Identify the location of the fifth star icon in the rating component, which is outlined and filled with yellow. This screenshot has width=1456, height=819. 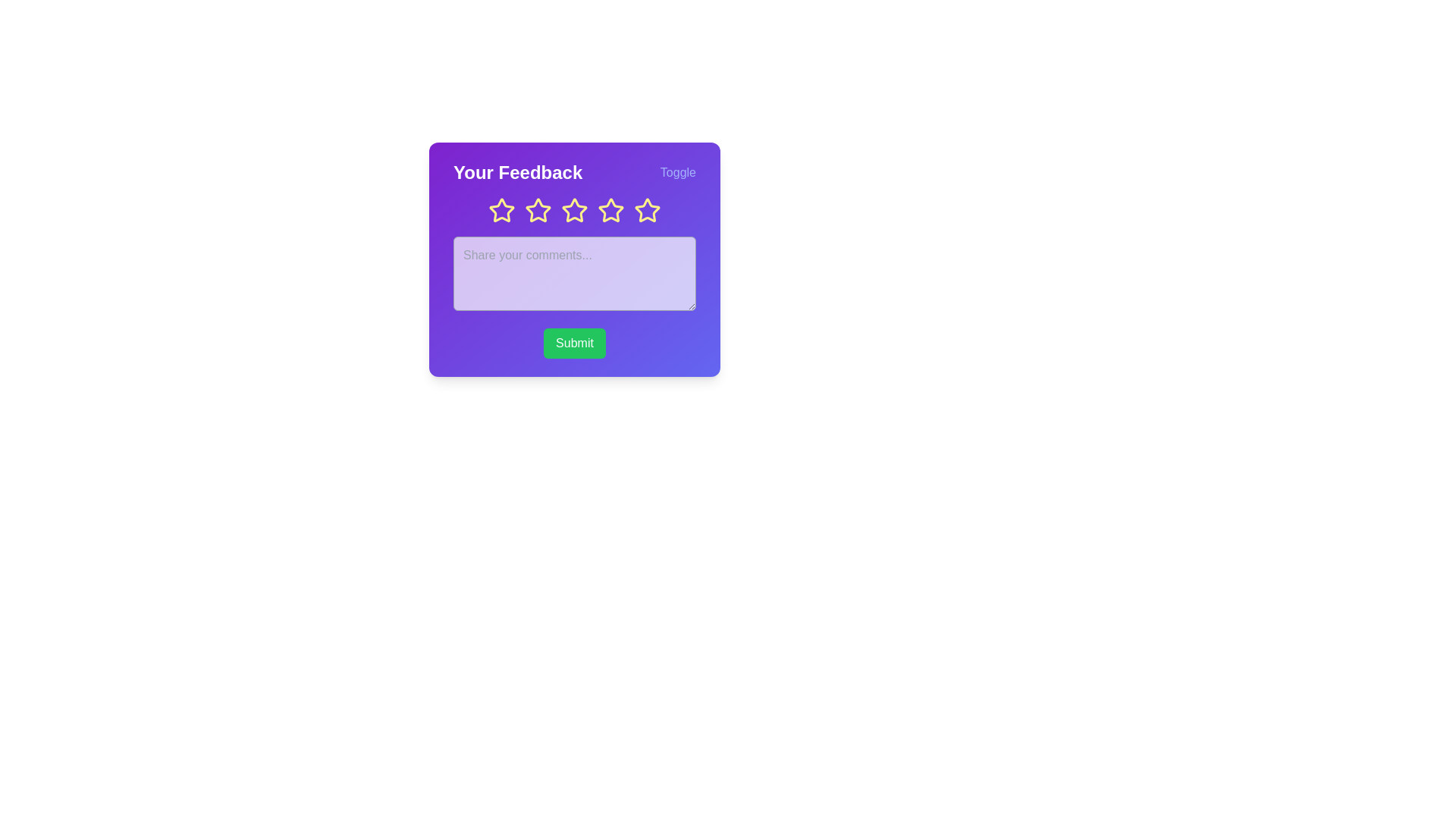
(648, 210).